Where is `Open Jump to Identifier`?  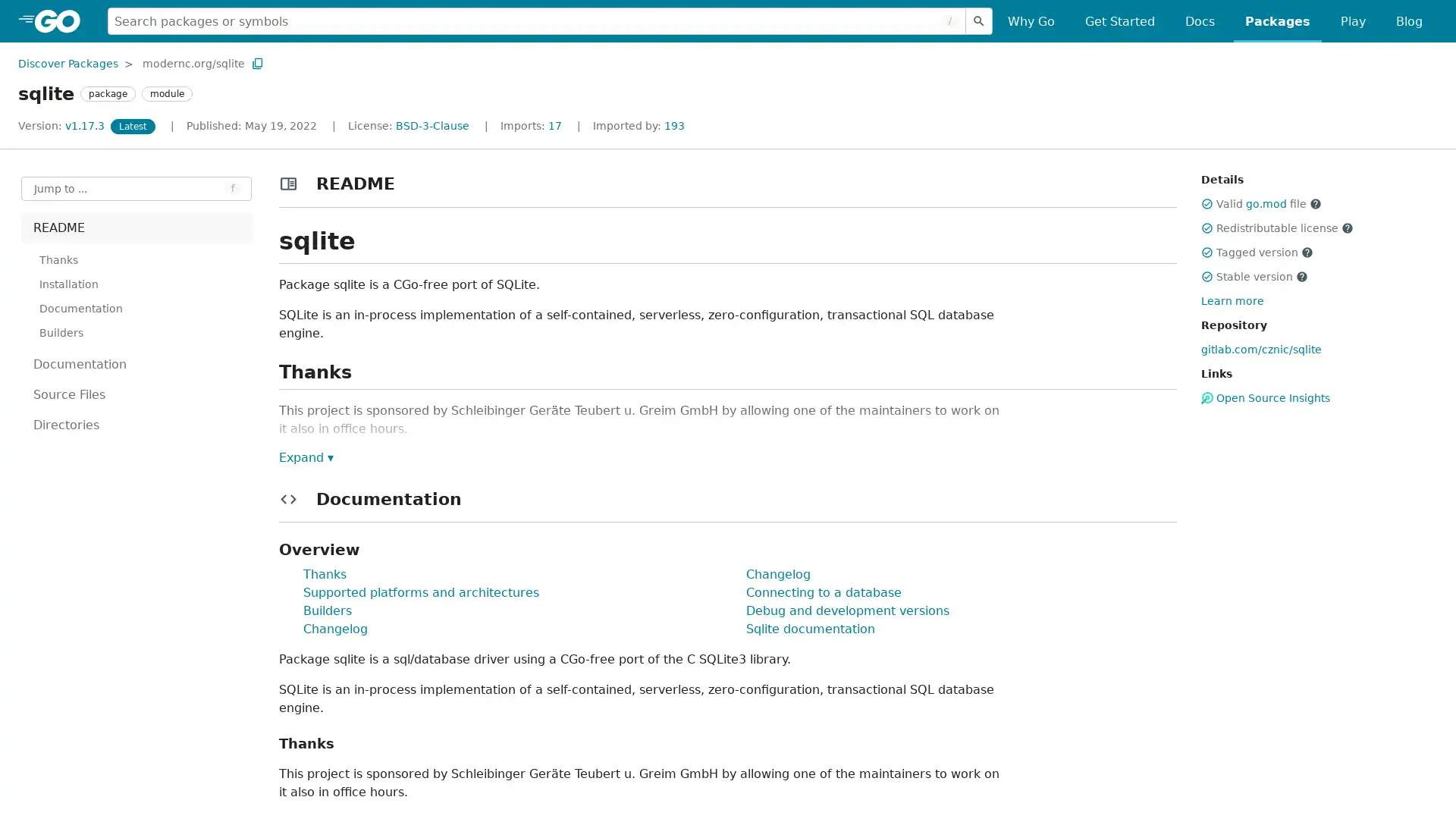
Open Jump to Identifier is located at coordinates (136, 188).